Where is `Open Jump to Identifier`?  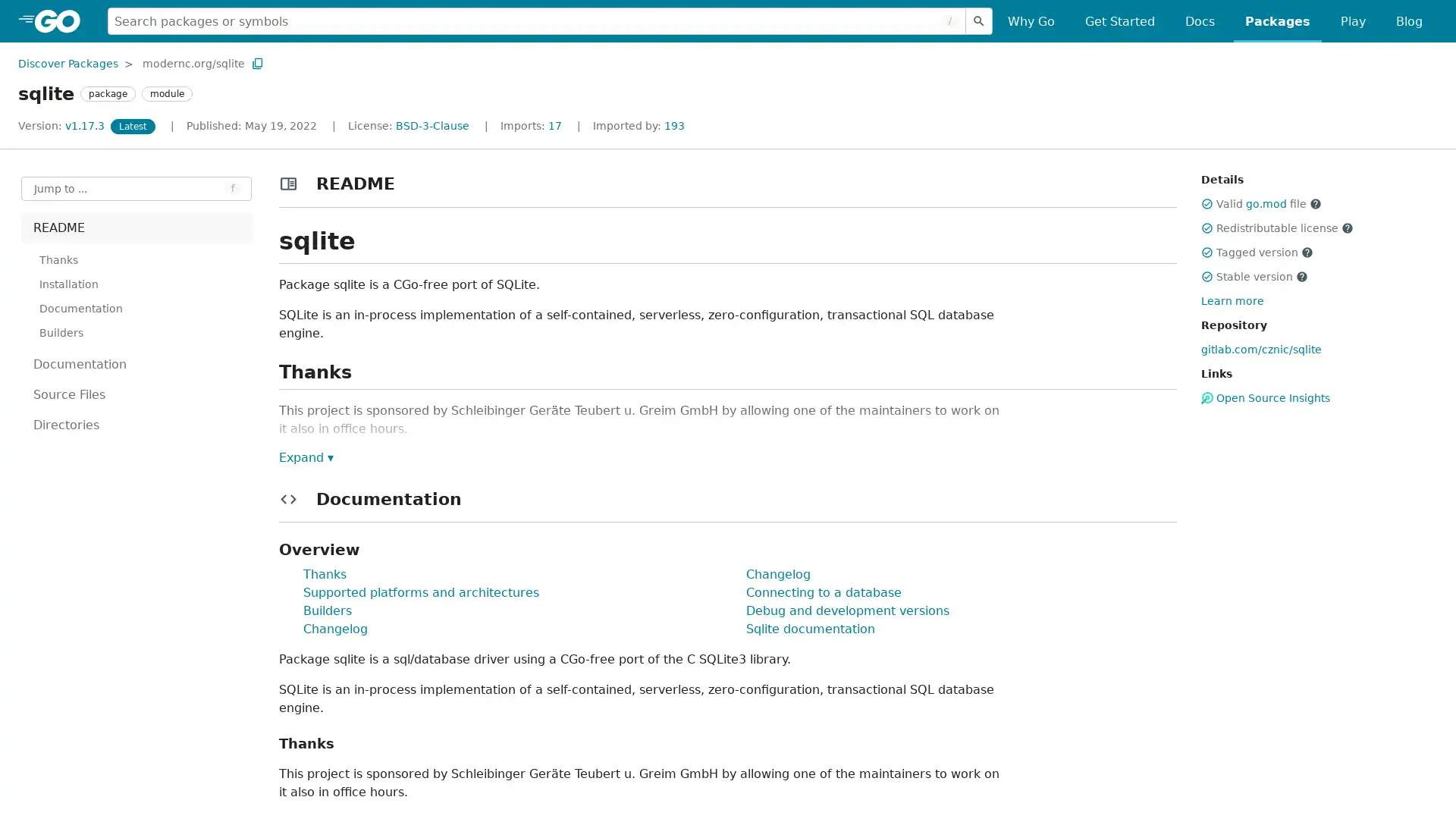
Open Jump to Identifier is located at coordinates (136, 188).